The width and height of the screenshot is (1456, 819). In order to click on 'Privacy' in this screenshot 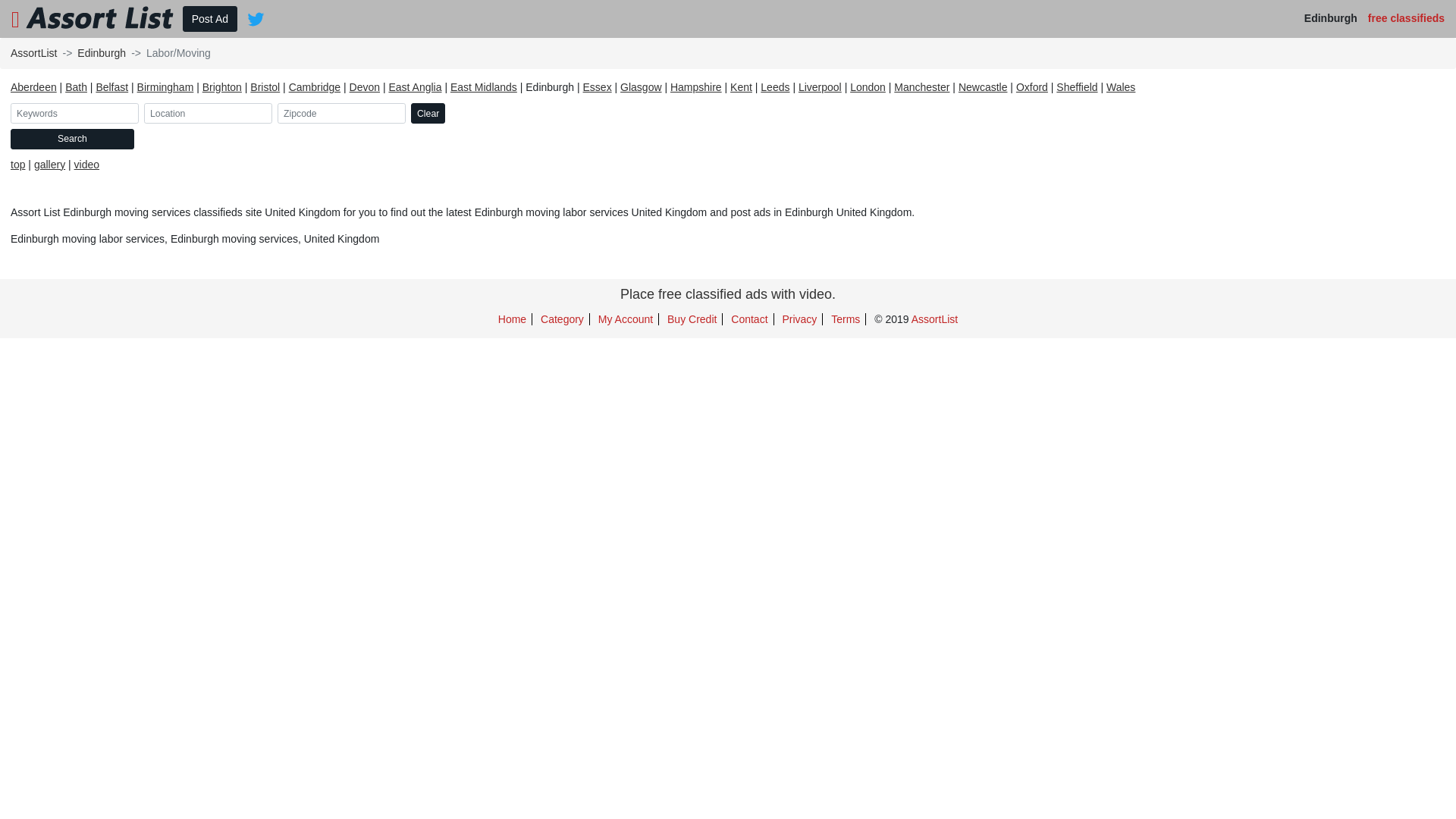, I will do `click(799, 318)`.